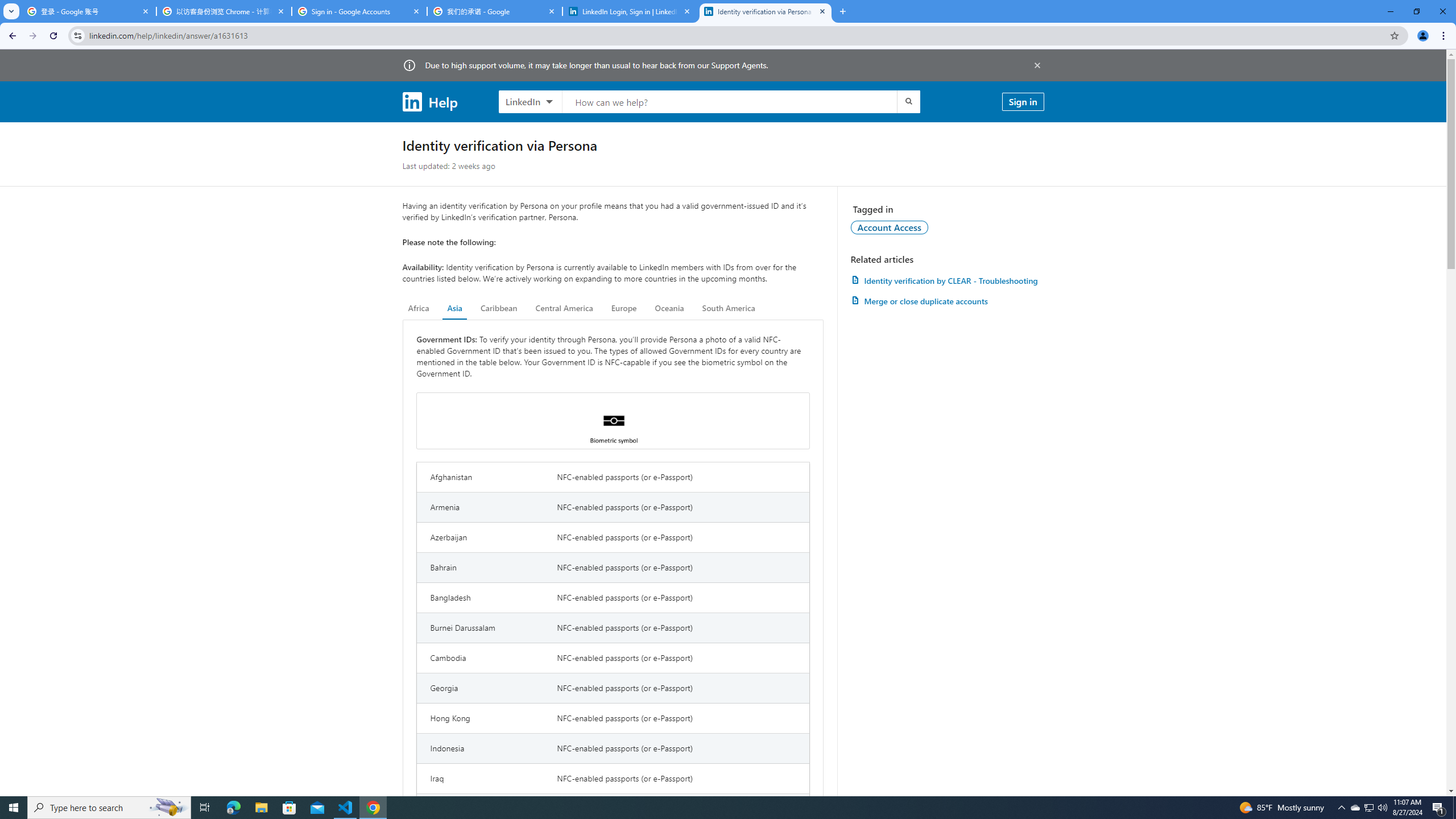  Describe the element at coordinates (946, 300) in the screenshot. I see `'AutomationID: article-link-a1337200'` at that location.